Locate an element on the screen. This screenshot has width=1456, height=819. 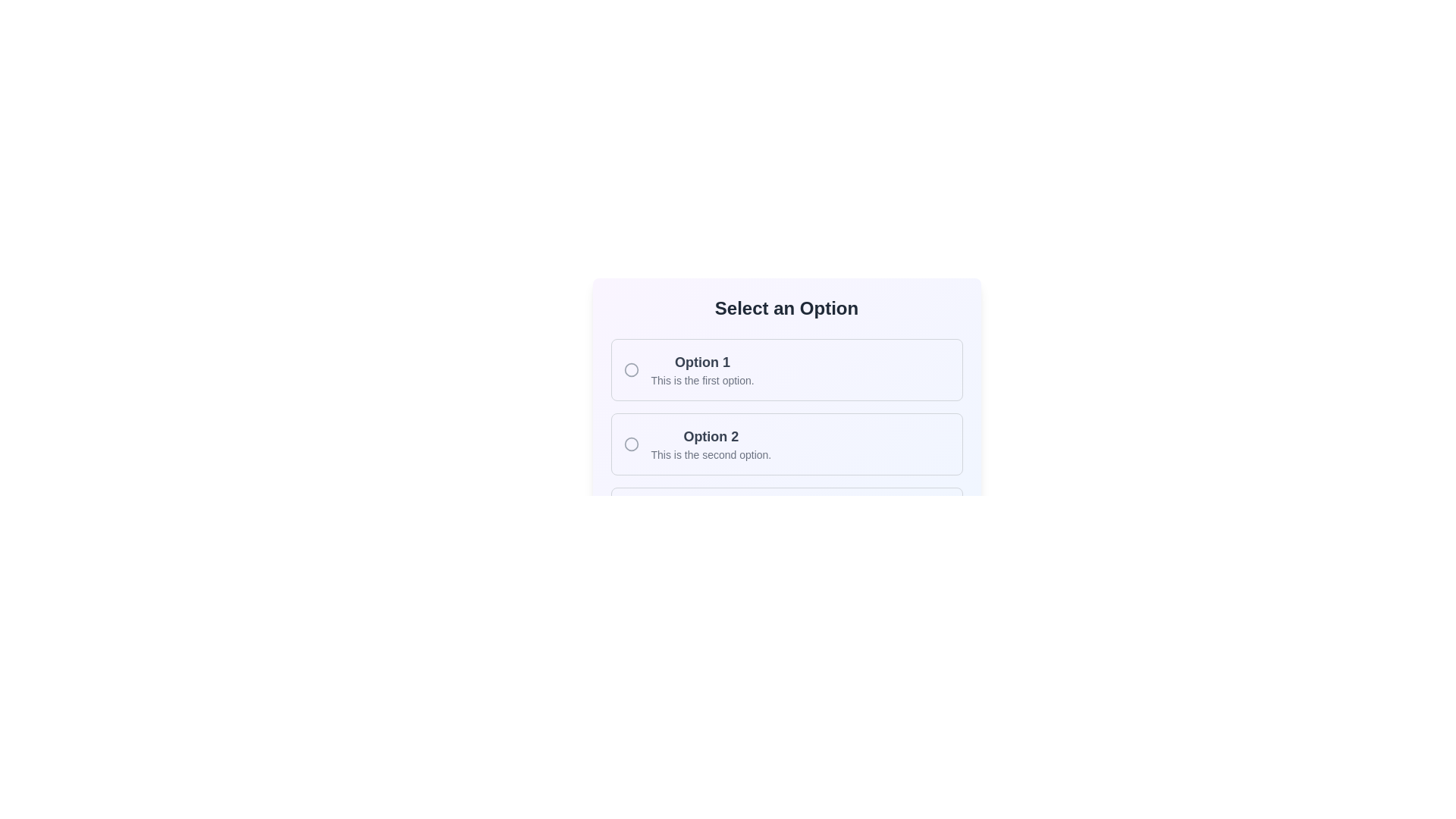
the 'Option 1' text label, which is a bold, dark gray serif font positioned at the upper-left corner of the options card is located at coordinates (701, 362).